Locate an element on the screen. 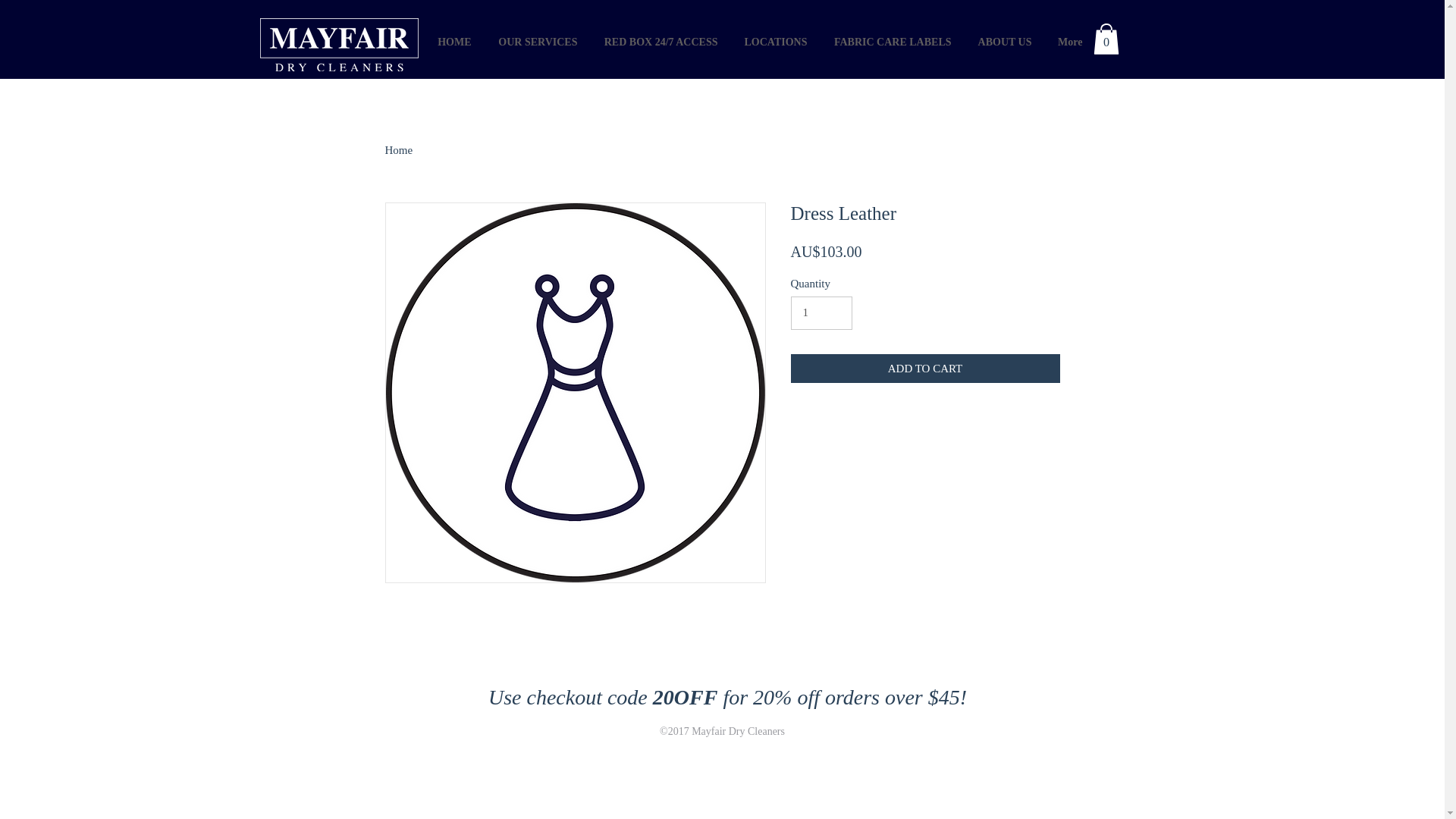 The image size is (1456, 819). '0' is located at coordinates (1106, 38).